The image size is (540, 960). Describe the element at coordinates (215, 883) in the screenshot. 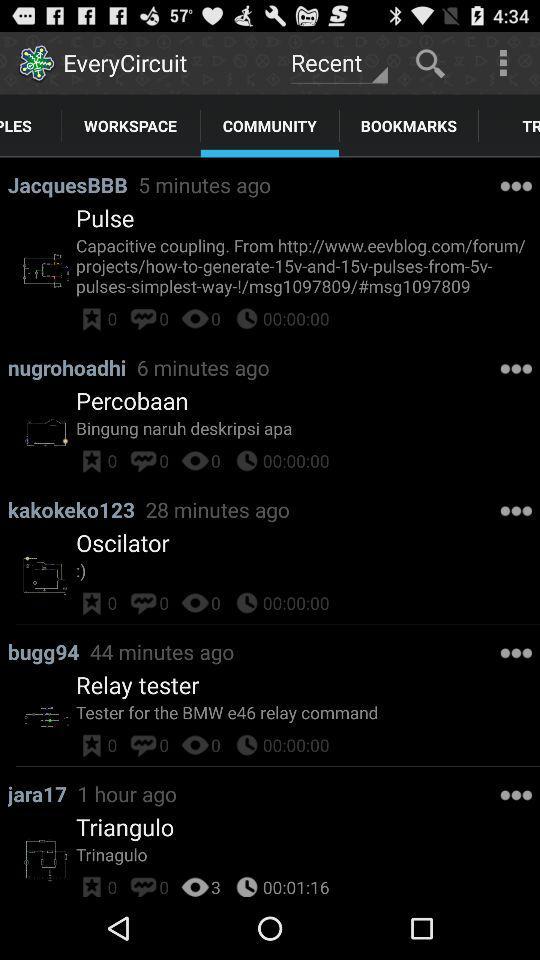

I see `3 icon` at that location.